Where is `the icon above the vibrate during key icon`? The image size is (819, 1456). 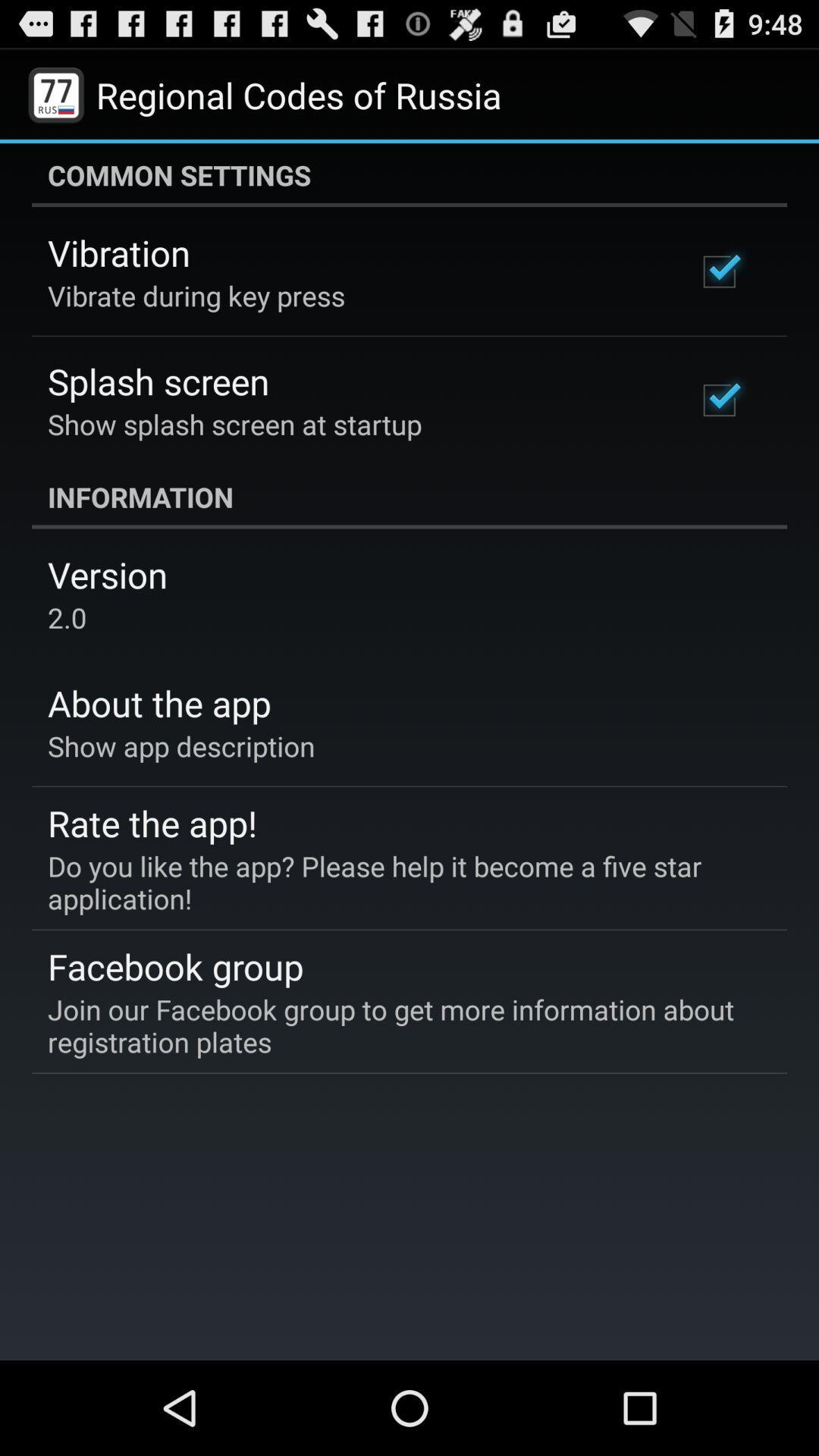
the icon above the vibrate during key icon is located at coordinates (118, 253).